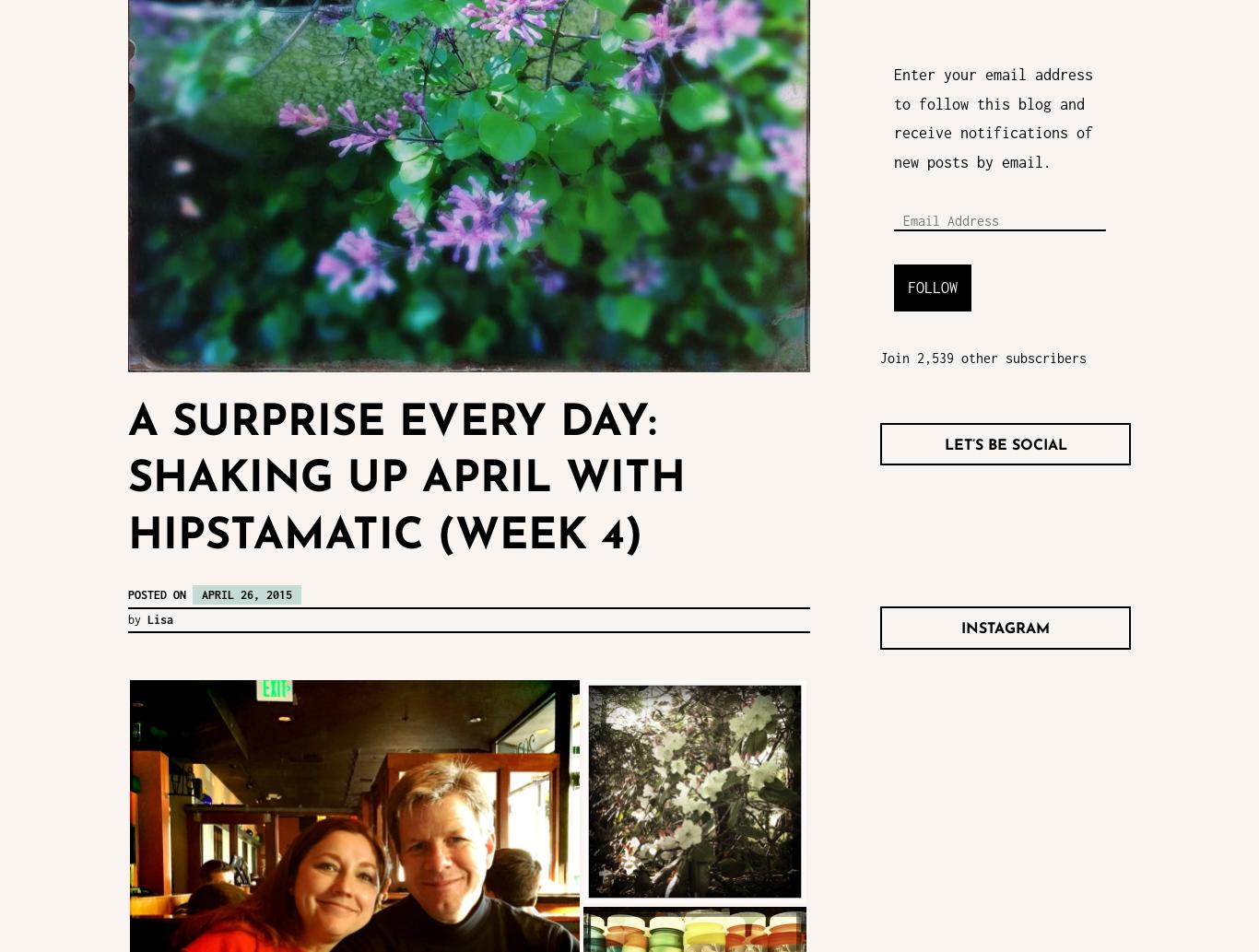 The image size is (1259, 952). I want to click on 'Enter your email address to follow this blog and receive notifications of new posts by email.', so click(993, 117).